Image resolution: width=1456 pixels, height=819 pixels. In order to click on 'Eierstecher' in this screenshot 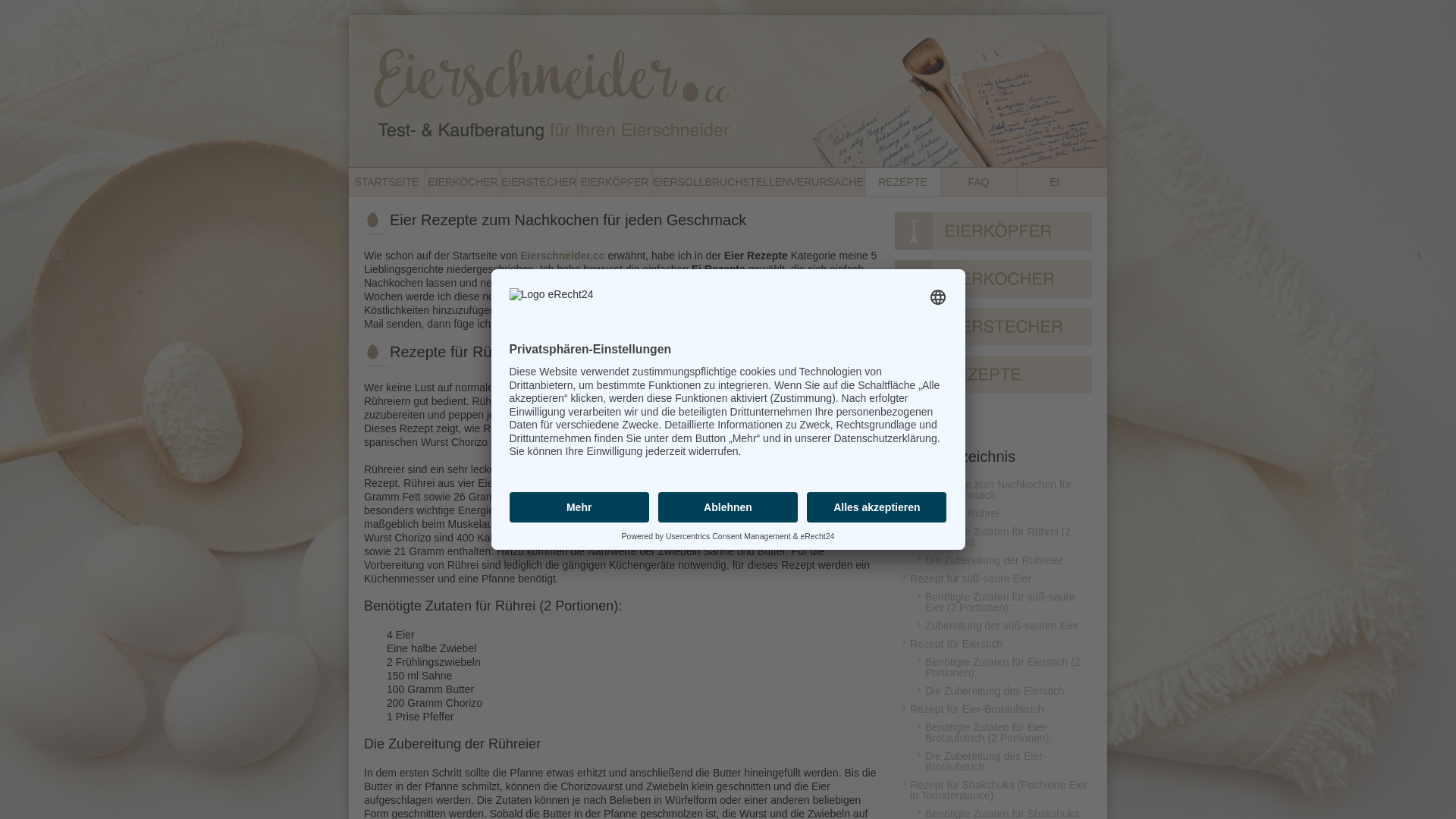, I will do `click(993, 329)`.